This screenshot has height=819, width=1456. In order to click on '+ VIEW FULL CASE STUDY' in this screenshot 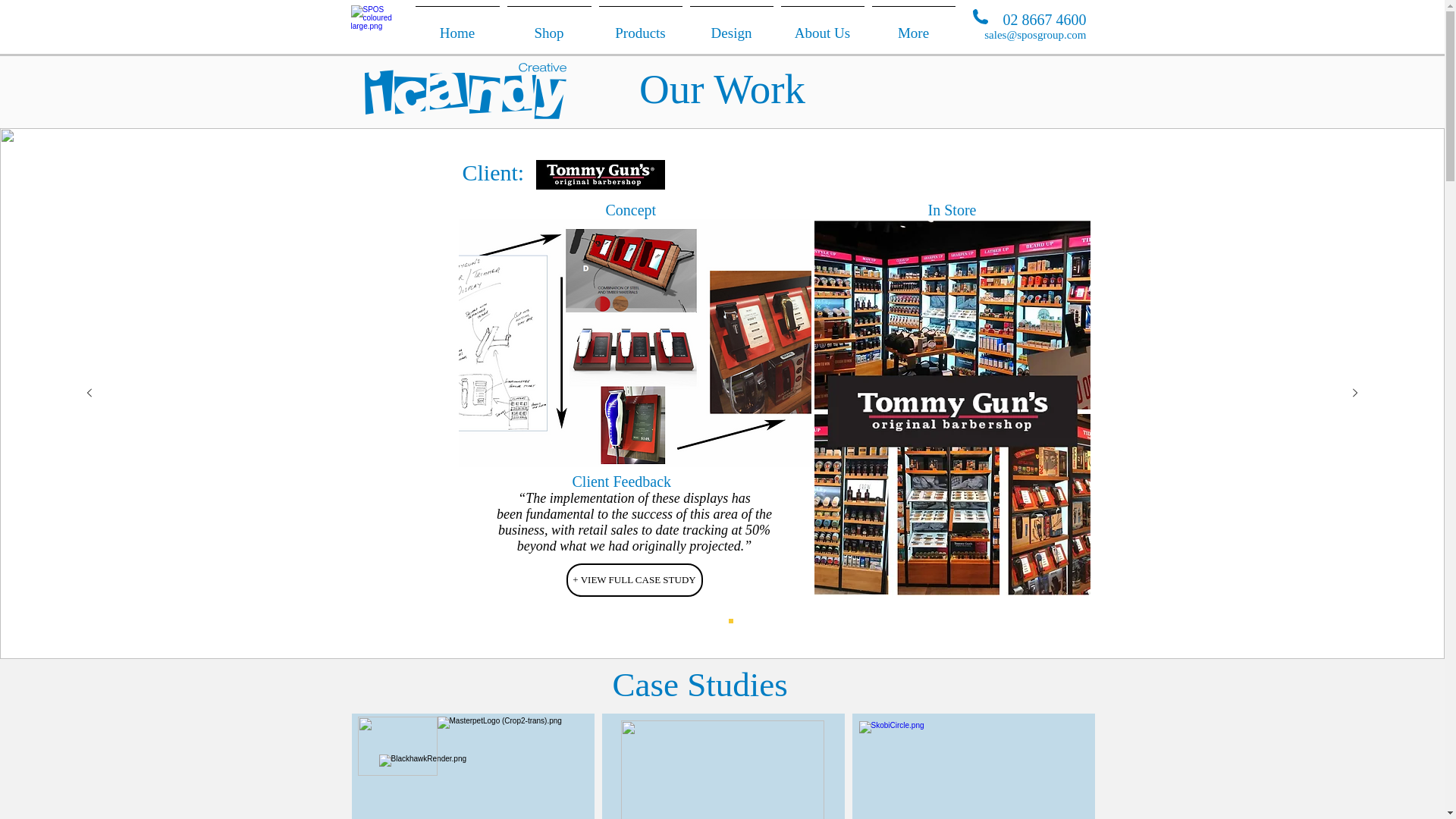, I will do `click(633, 579)`.